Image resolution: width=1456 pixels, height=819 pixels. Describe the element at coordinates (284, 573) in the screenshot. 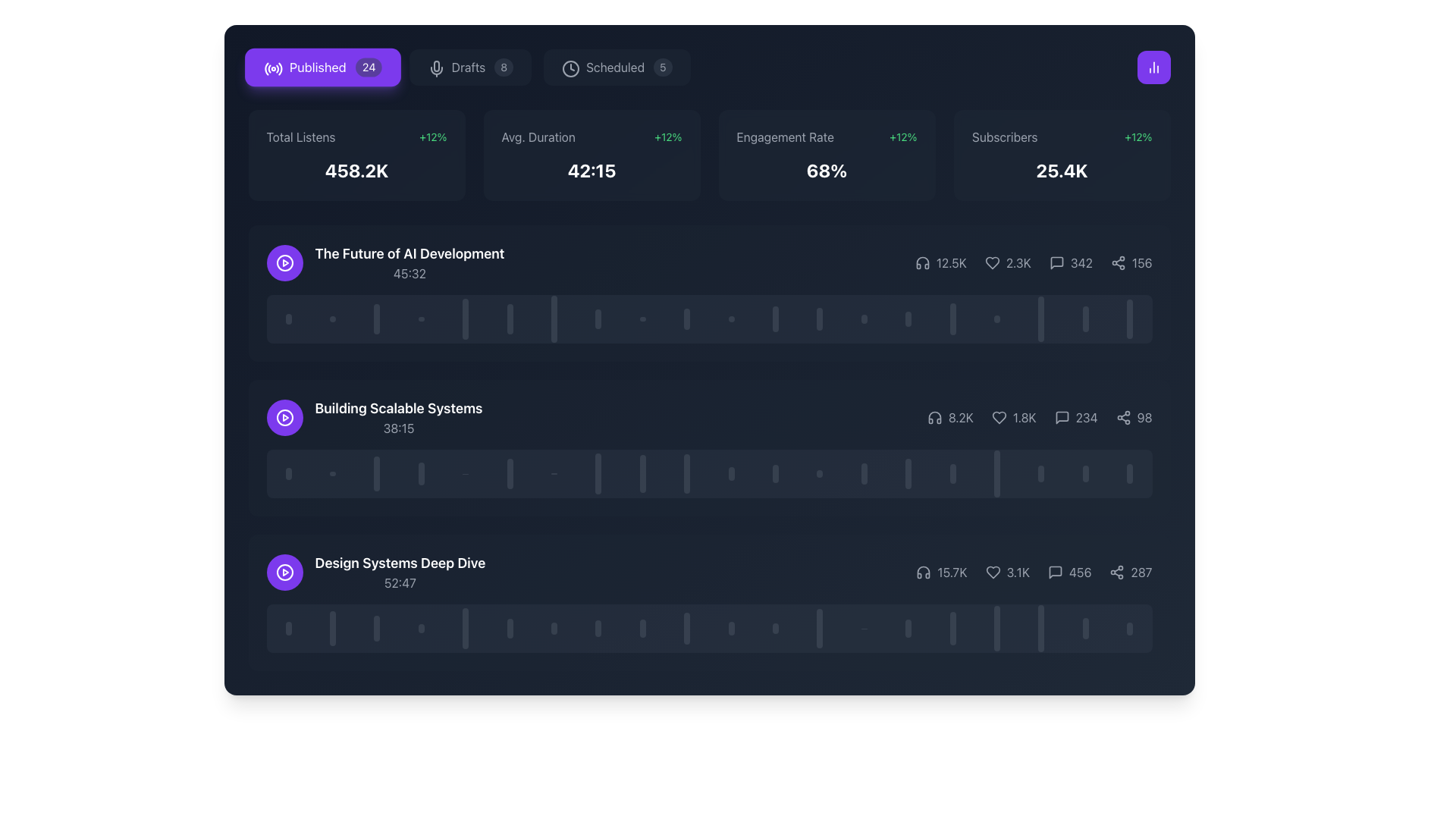

I see `the circular violet button with a white play icon` at that location.